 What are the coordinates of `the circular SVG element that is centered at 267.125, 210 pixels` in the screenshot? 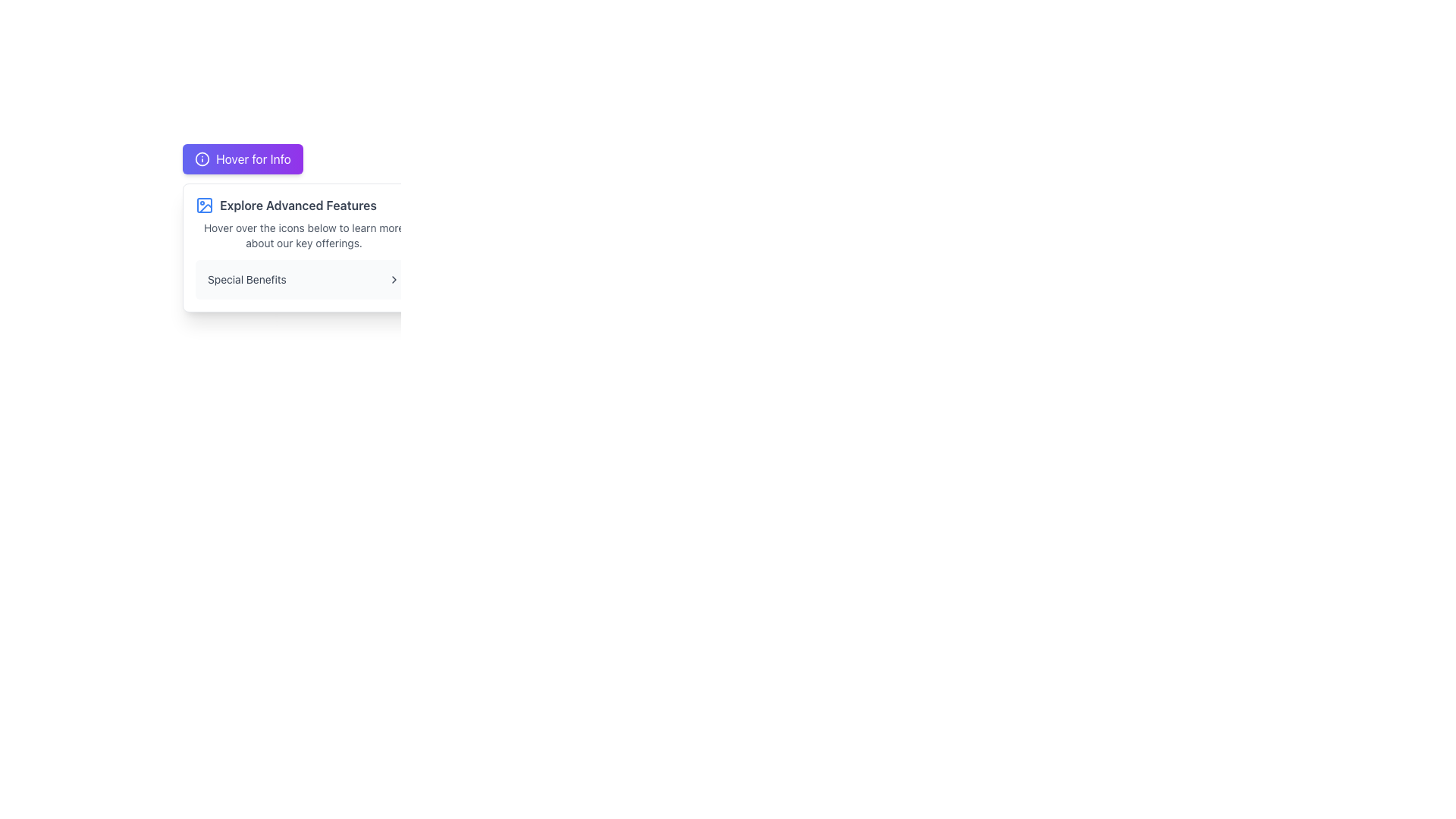 It's located at (202, 158).